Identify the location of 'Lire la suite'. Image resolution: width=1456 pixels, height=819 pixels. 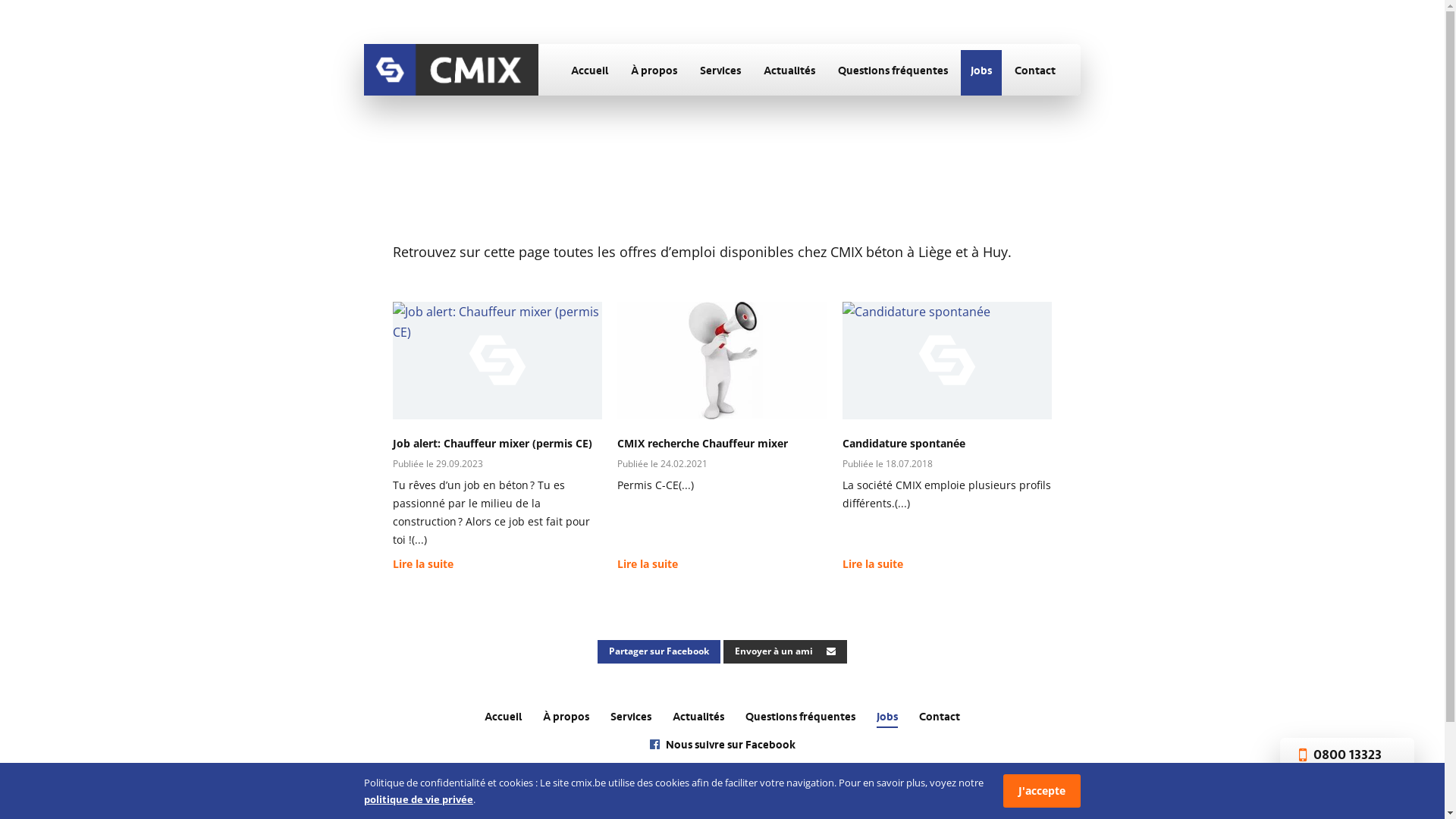
(422, 567).